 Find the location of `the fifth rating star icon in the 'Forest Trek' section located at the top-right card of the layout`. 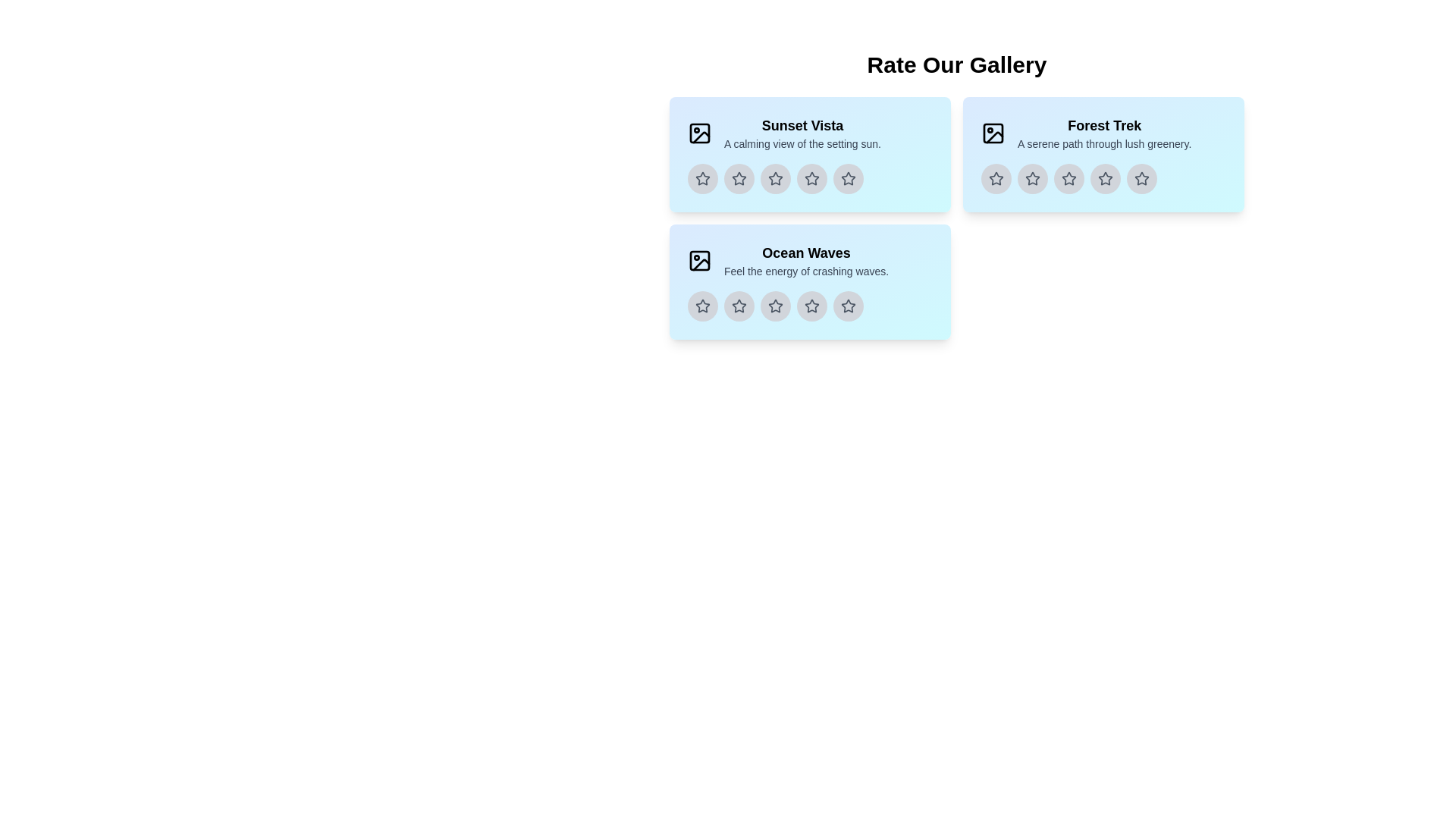

the fifth rating star icon in the 'Forest Trek' section located at the top-right card of the layout is located at coordinates (1142, 177).